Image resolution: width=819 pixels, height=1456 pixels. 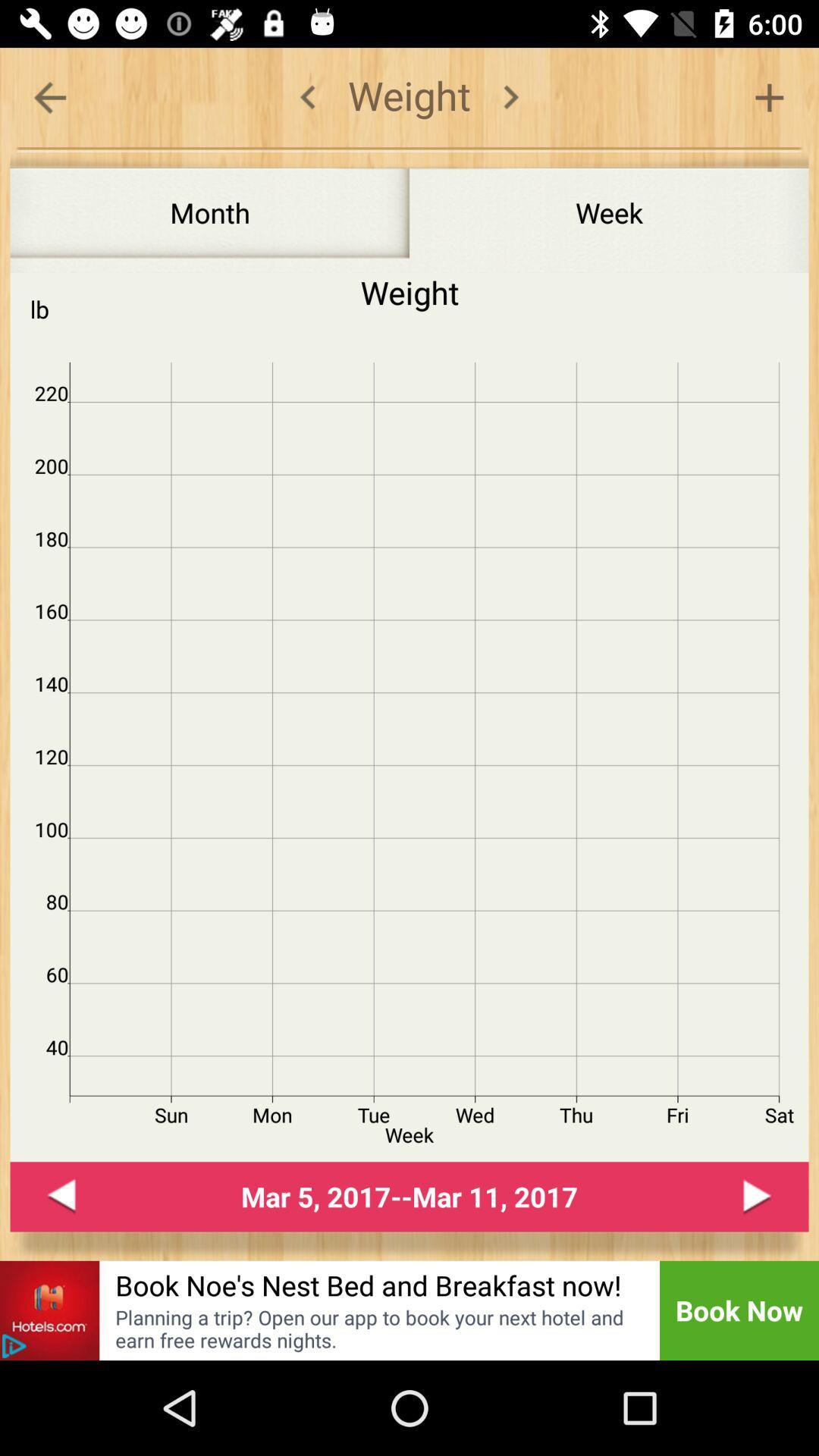 I want to click on next, so click(x=758, y=1196).